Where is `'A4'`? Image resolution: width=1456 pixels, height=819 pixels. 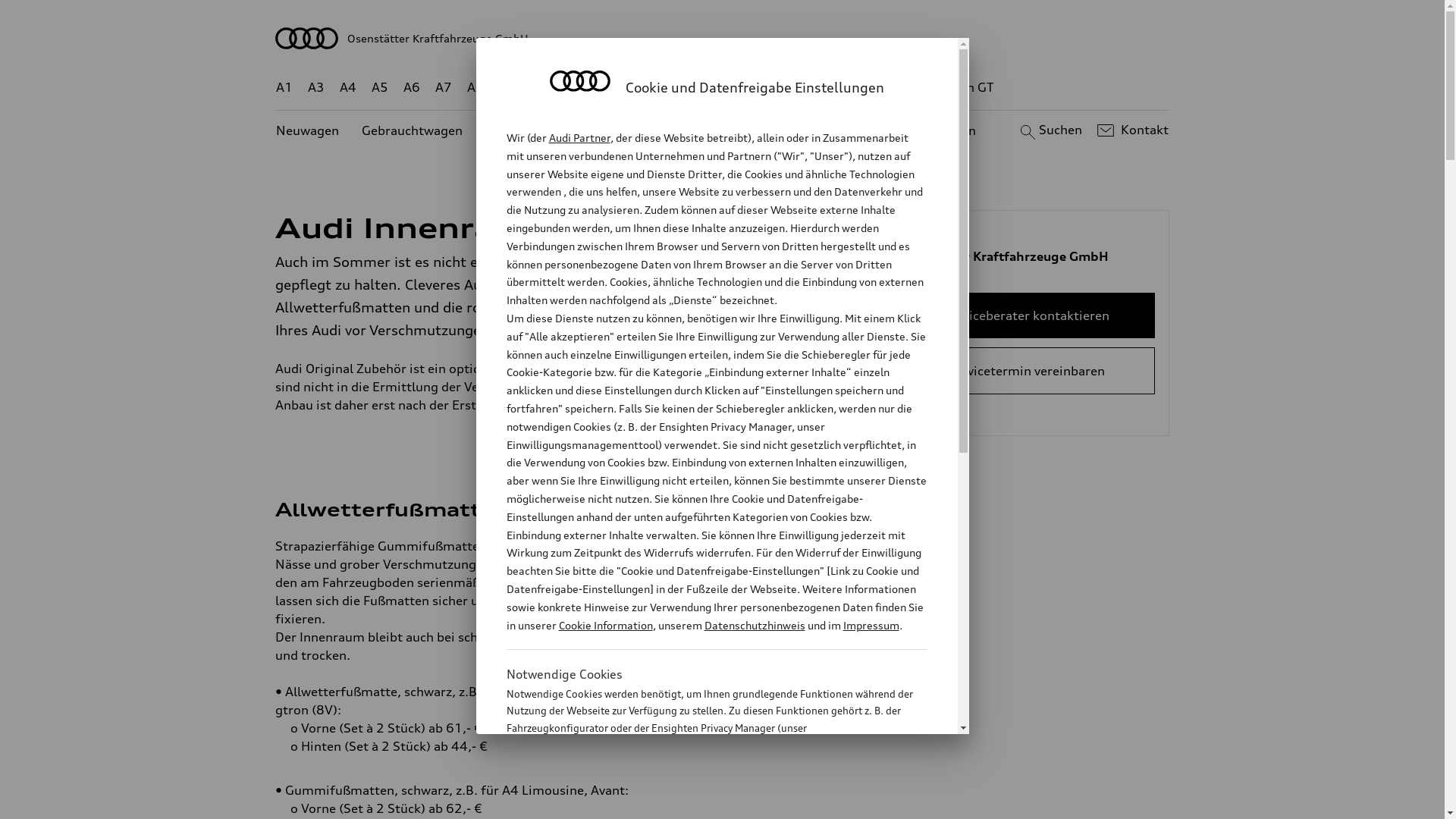
'A4' is located at coordinates (347, 87).